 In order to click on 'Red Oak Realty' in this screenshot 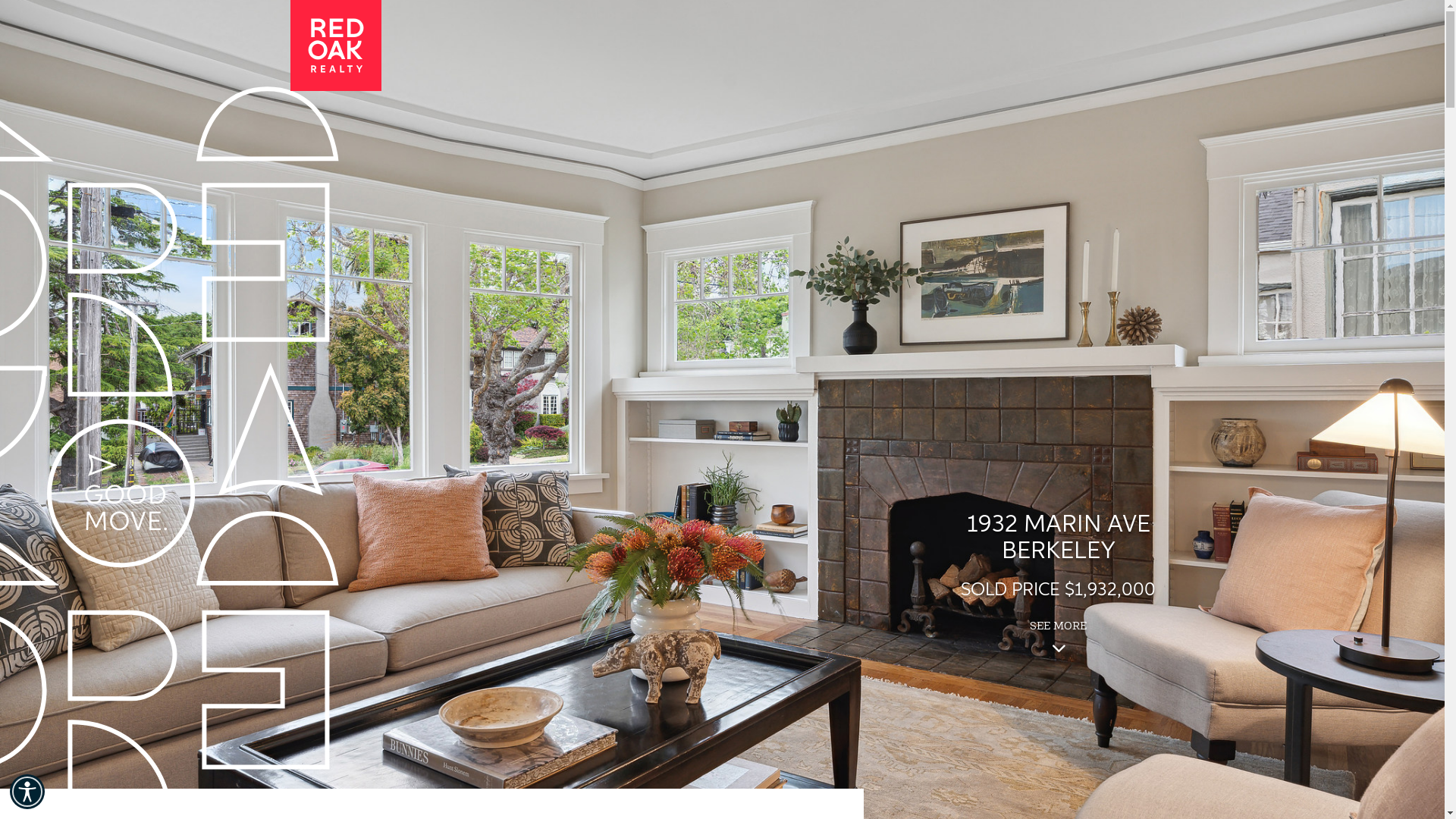, I will do `click(334, 43)`.